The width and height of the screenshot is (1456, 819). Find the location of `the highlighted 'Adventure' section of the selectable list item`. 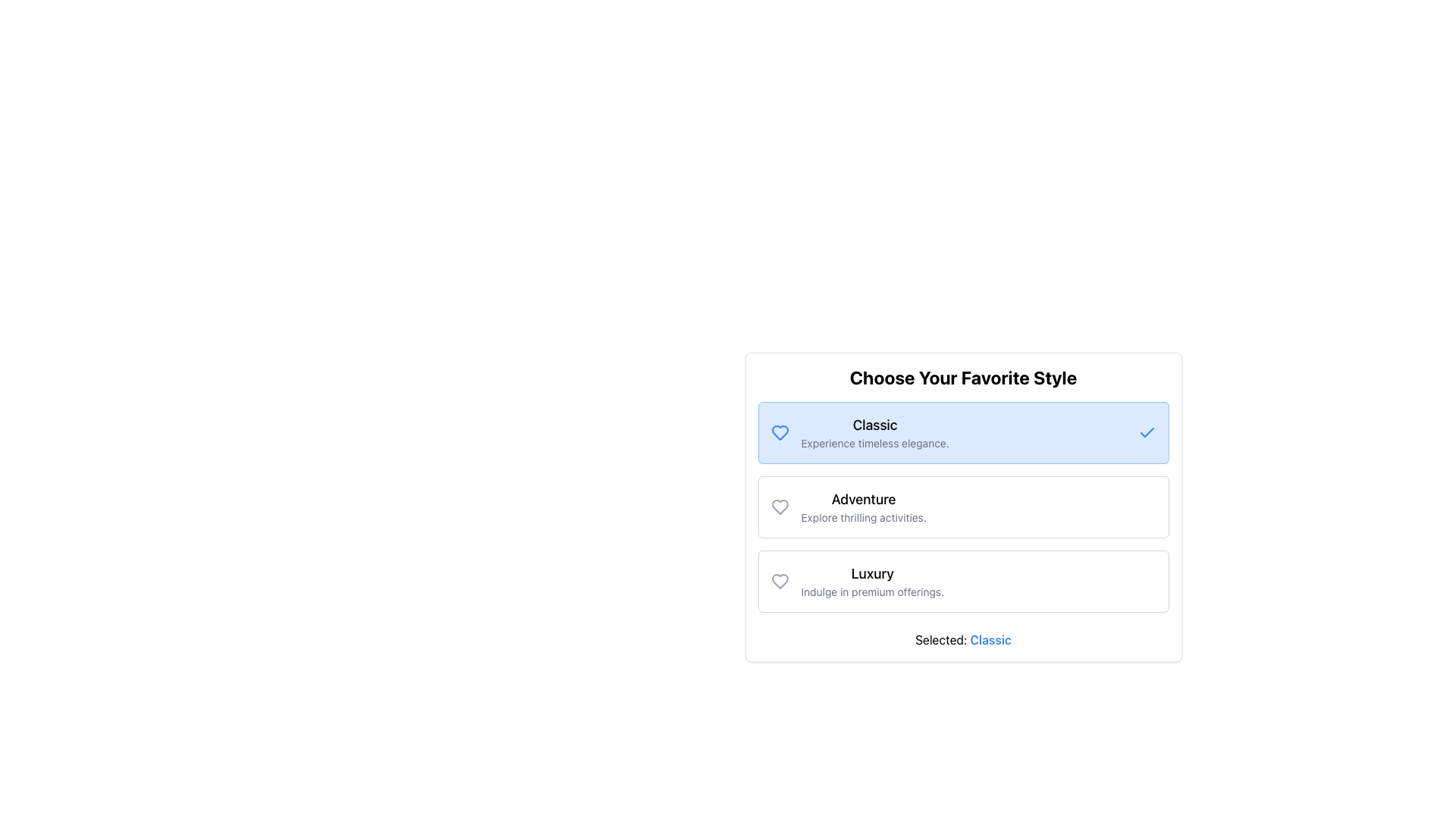

the highlighted 'Adventure' section of the selectable list item is located at coordinates (962, 507).